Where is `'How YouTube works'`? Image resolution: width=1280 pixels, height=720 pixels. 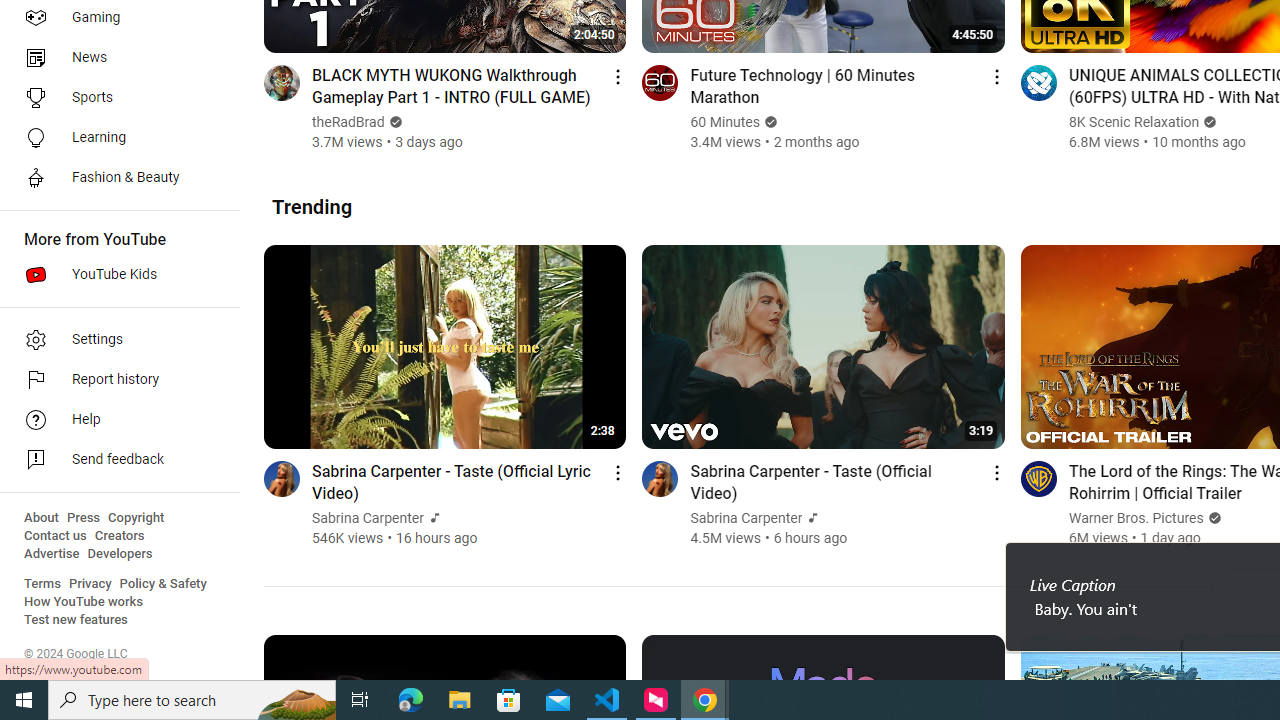 'How YouTube works' is located at coordinates (82, 601).